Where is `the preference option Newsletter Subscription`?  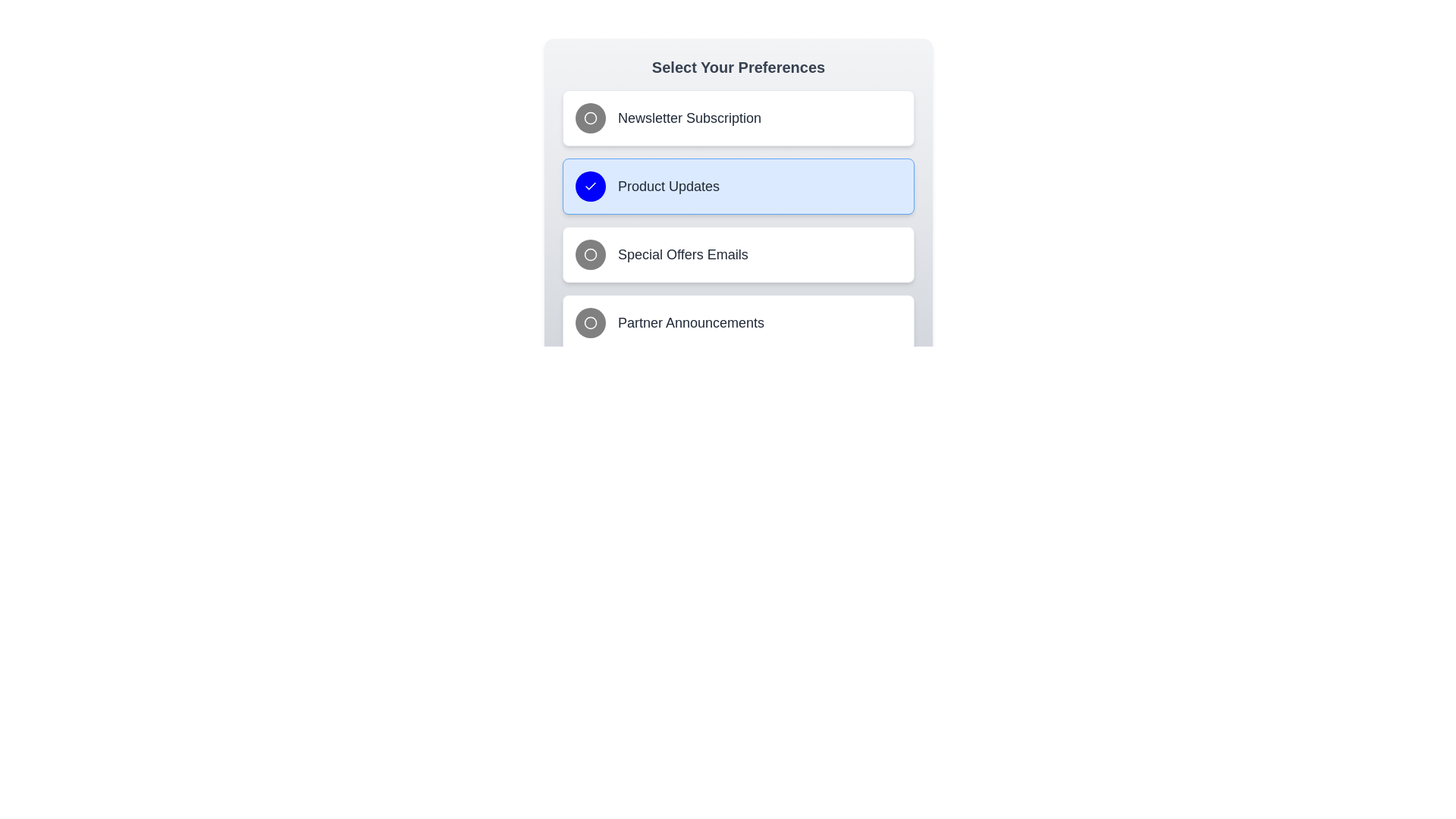
the preference option Newsletter Subscription is located at coordinates (739, 117).